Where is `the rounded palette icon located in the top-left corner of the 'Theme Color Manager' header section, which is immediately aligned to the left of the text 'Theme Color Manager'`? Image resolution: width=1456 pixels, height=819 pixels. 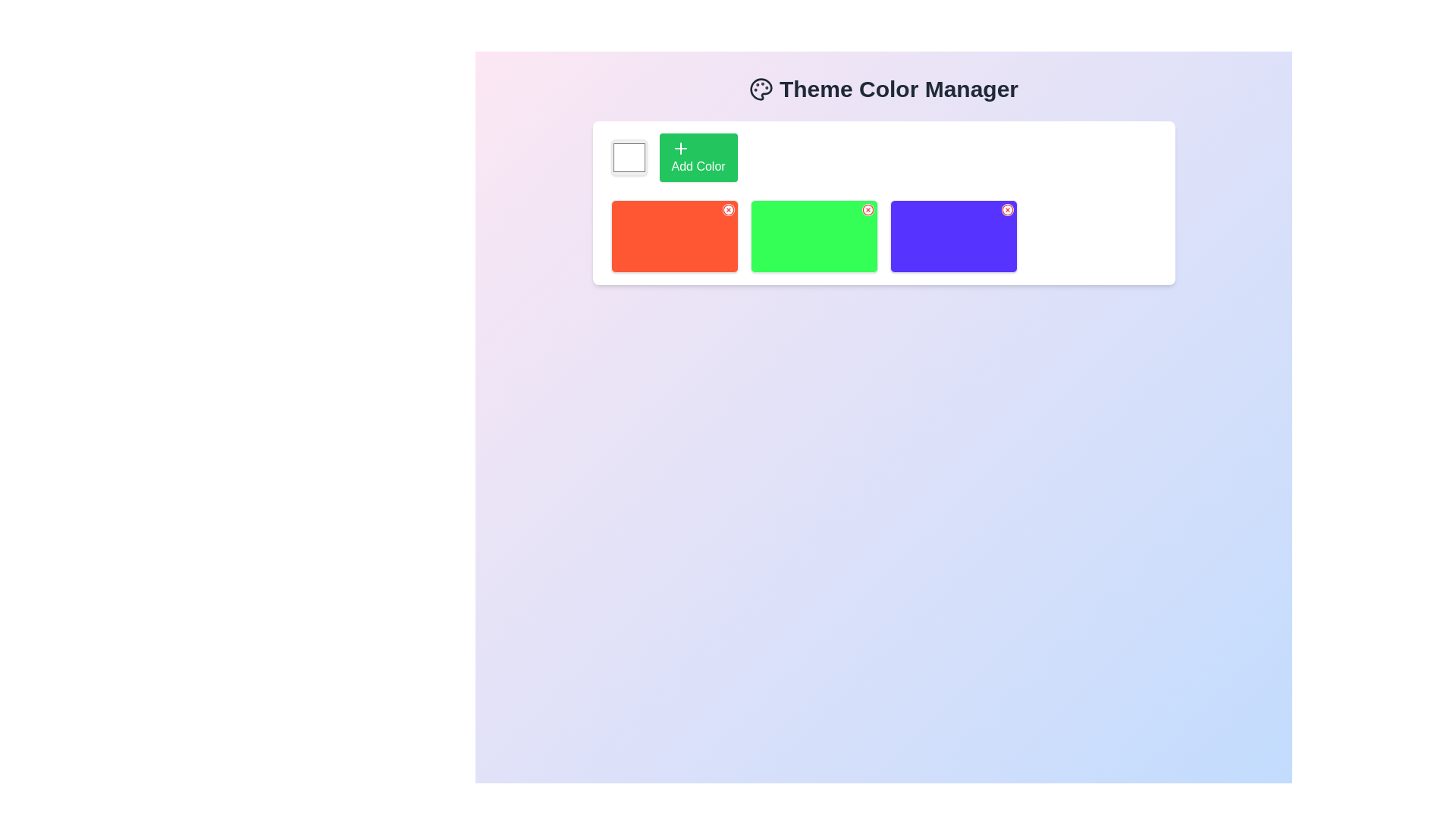 the rounded palette icon located in the top-left corner of the 'Theme Color Manager' header section, which is immediately aligned to the left of the text 'Theme Color Manager' is located at coordinates (761, 89).